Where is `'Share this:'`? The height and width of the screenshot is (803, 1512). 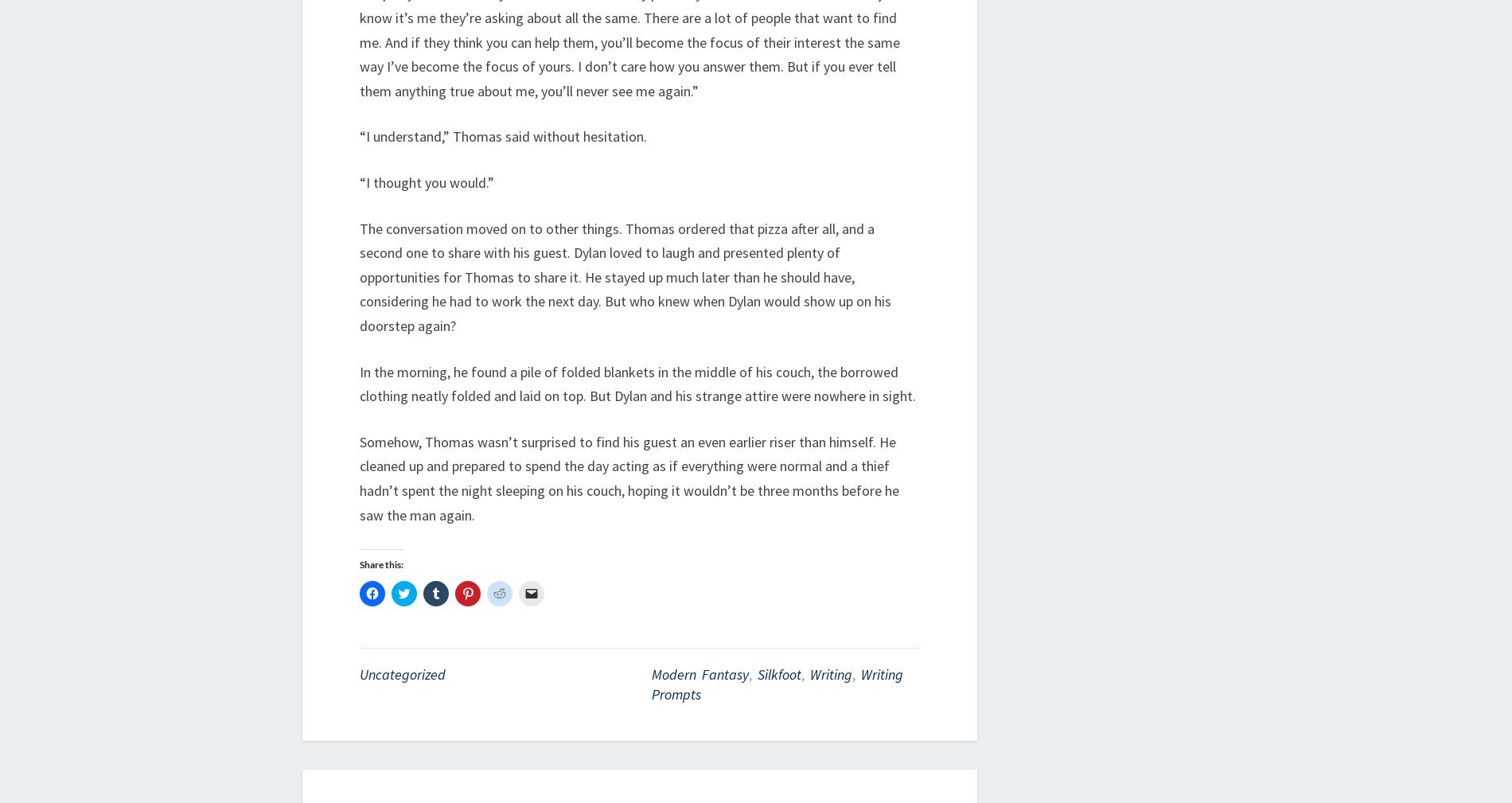
'Share this:' is located at coordinates (381, 564).